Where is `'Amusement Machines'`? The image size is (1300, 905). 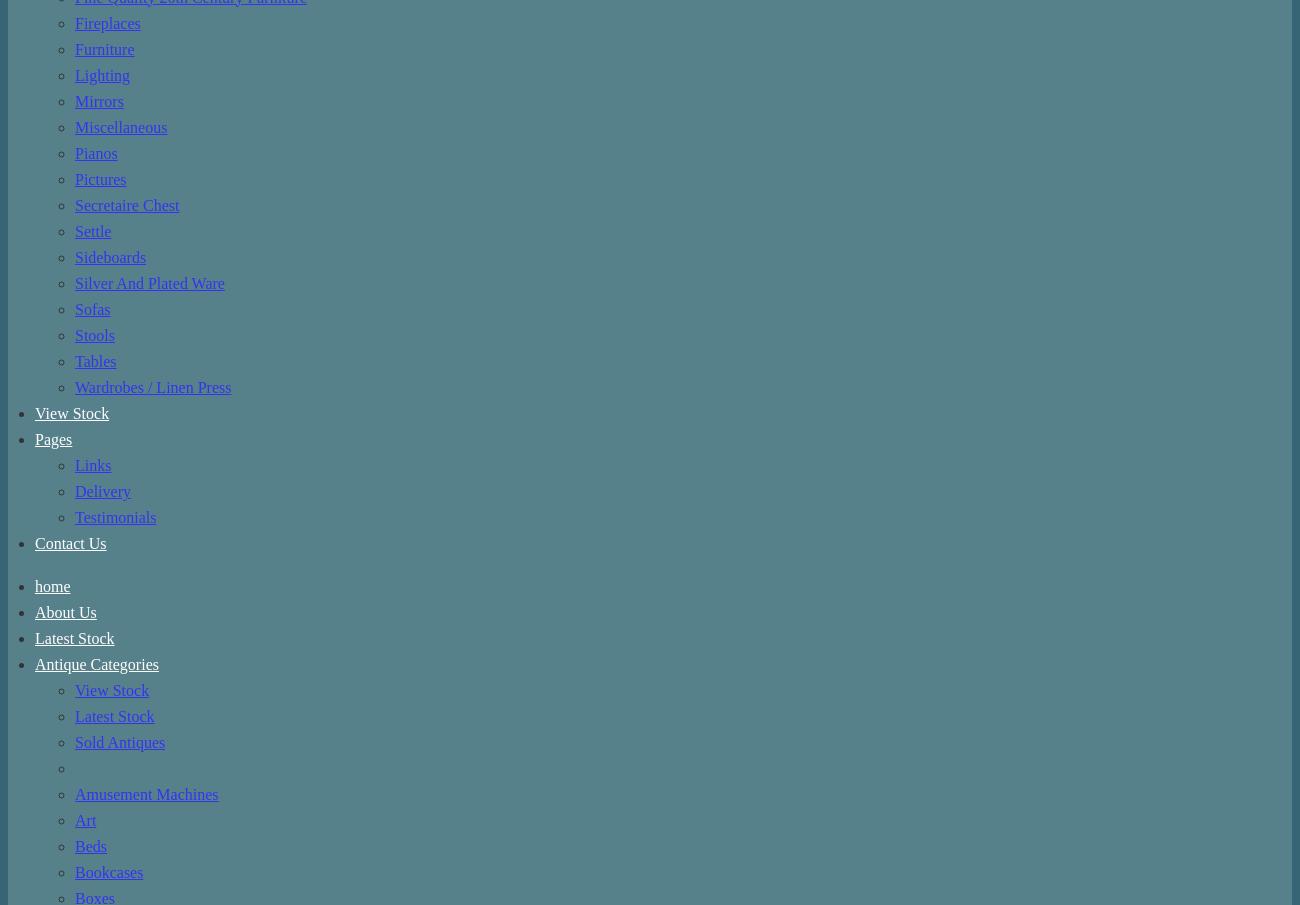
'Amusement Machines' is located at coordinates (145, 793).